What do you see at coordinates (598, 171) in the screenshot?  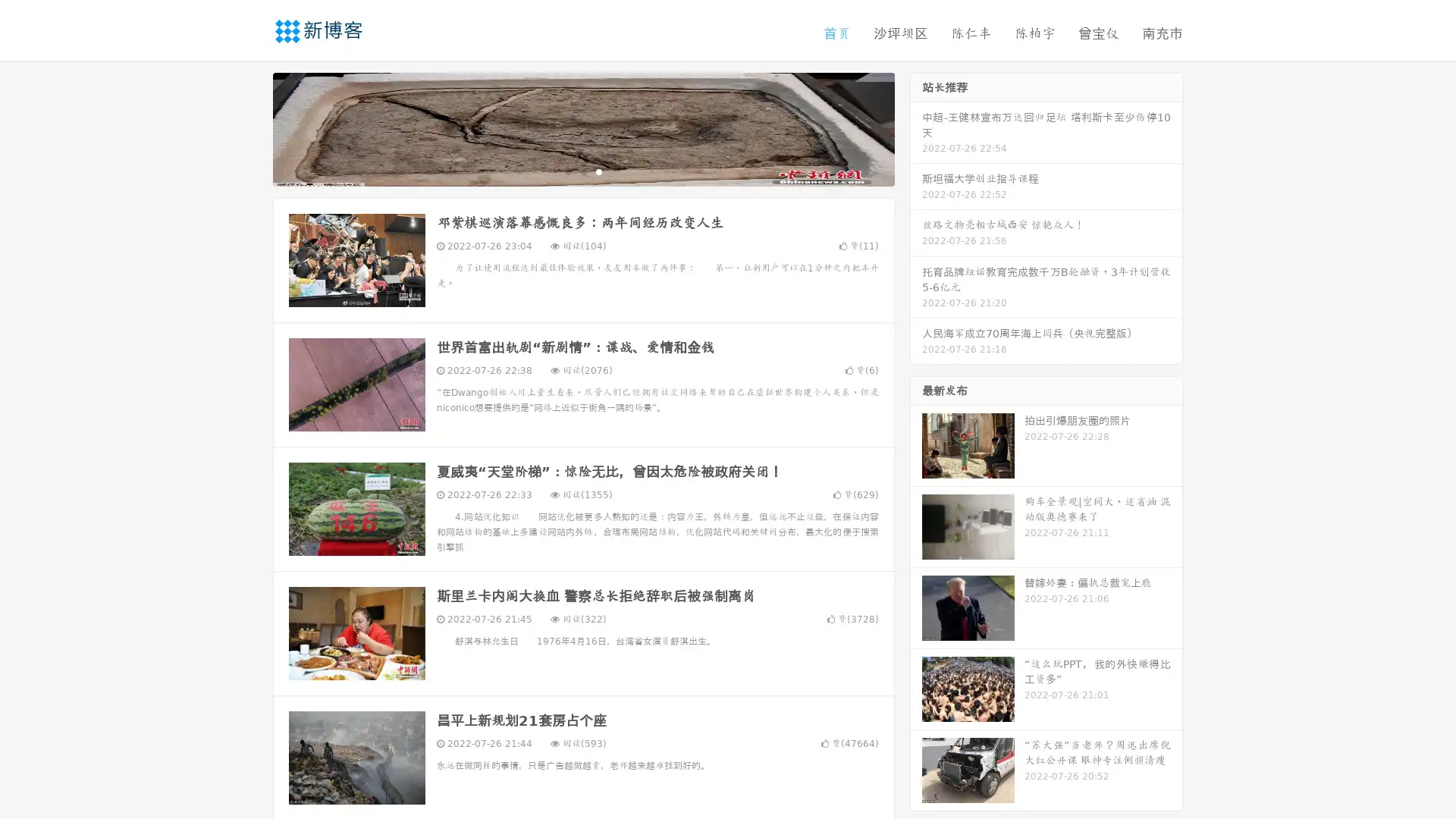 I see `Go to slide 3` at bounding box center [598, 171].